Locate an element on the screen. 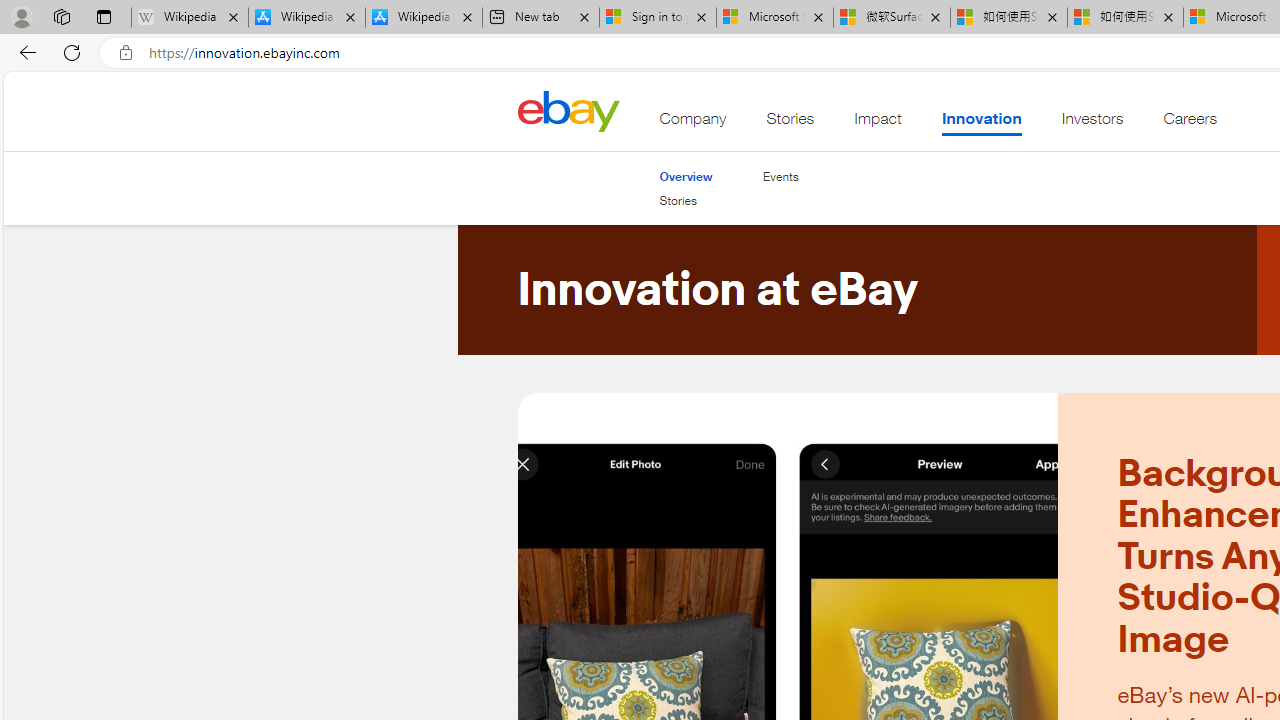 The image size is (1280, 720). 'Innovation' is located at coordinates (981, 123).